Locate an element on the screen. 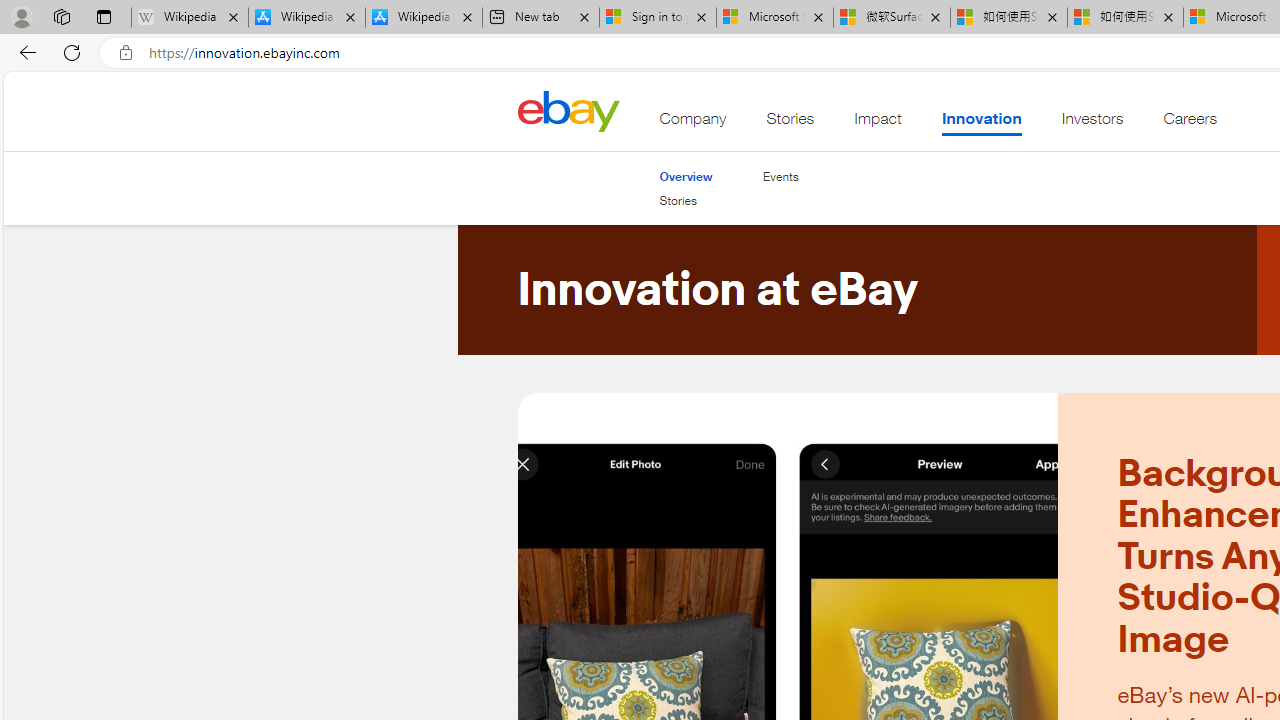 The image size is (1280, 720). 'Innovation' is located at coordinates (981, 123).